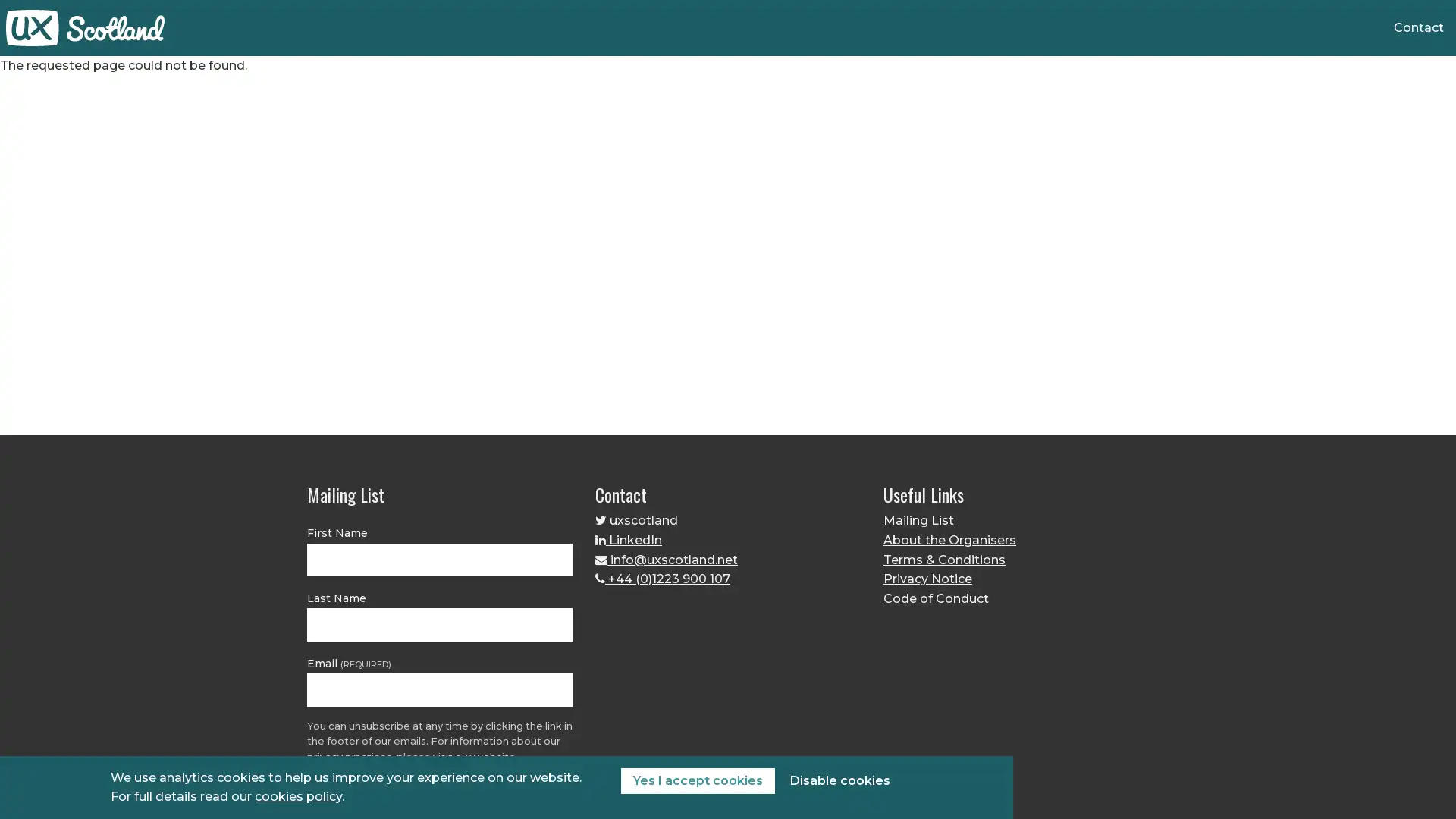 The width and height of the screenshot is (1456, 819). I want to click on Yes I accept cookies, so click(696, 780).